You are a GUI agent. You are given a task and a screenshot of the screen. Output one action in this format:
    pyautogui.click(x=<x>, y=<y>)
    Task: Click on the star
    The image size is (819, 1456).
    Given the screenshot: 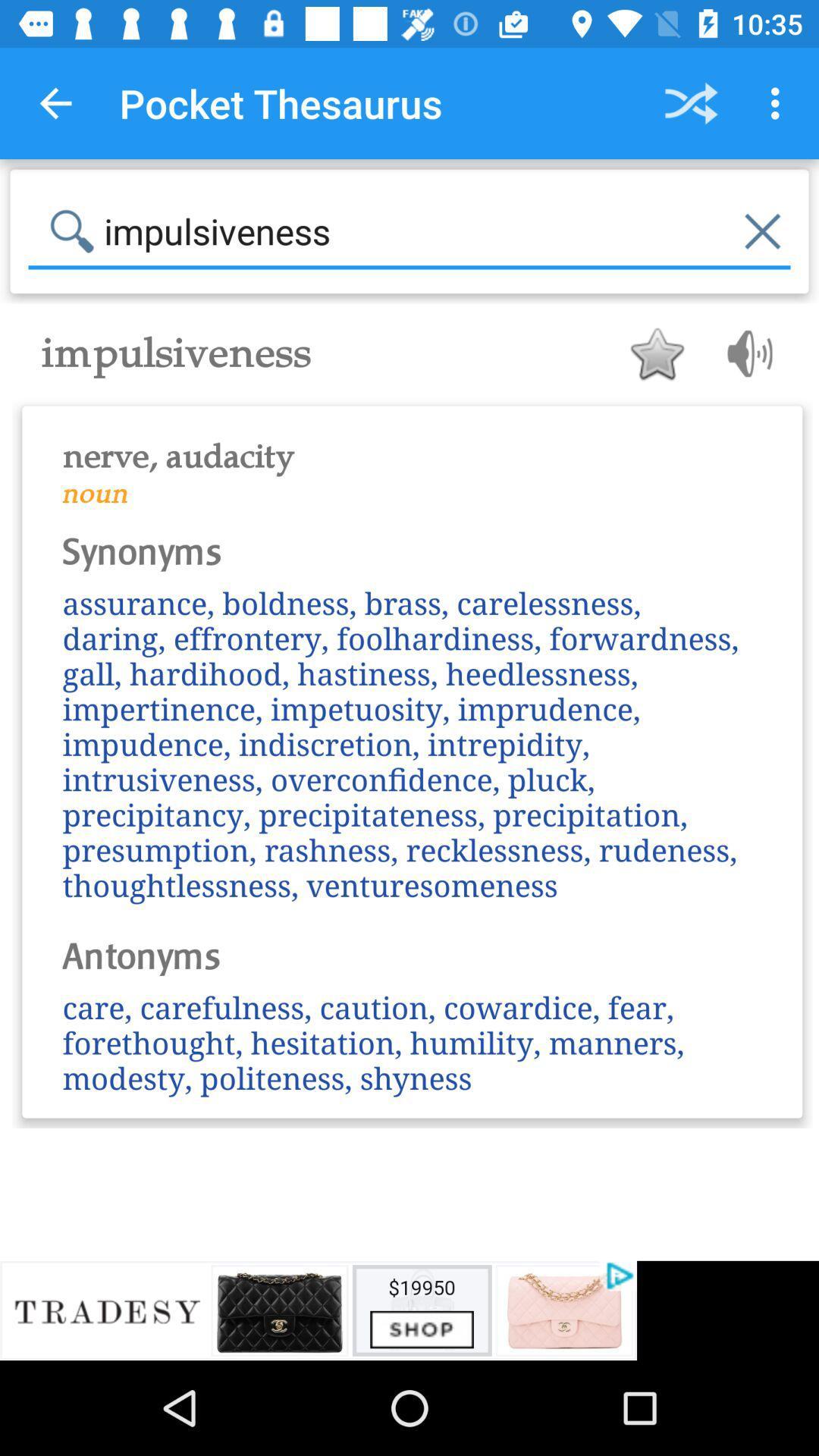 What is the action you would take?
    pyautogui.click(x=656, y=353)
    